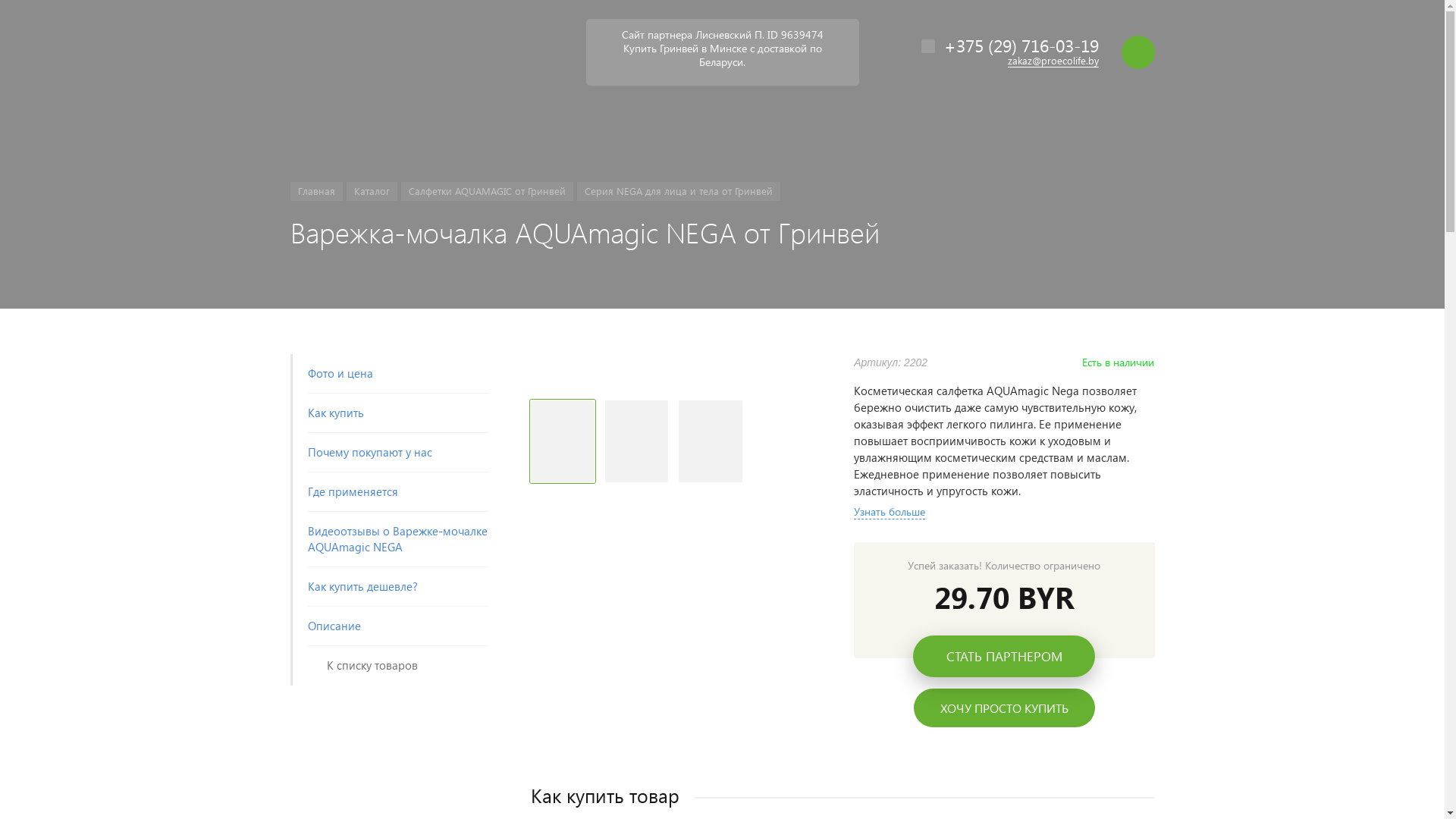 The image size is (1456, 819). Describe the element at coordinates (1051, 60) in the screenshot. I see `'zakaz@proecolife.by'` at that location.